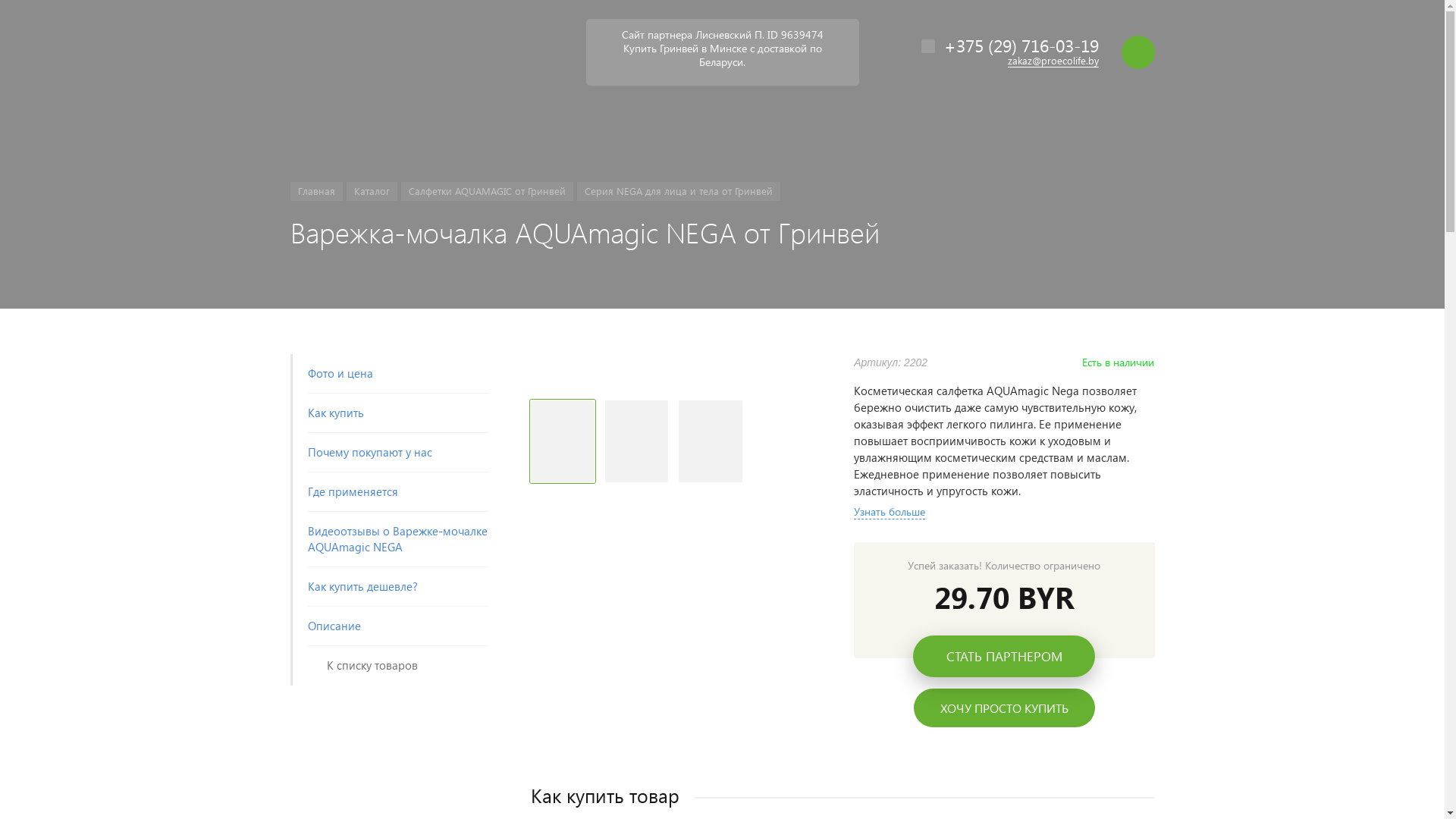 The image size is (1456, 819). Describe the element at coordinates (1051, 60) in the screenshot. I see `'zakaz@proecolife.by'` at that location.